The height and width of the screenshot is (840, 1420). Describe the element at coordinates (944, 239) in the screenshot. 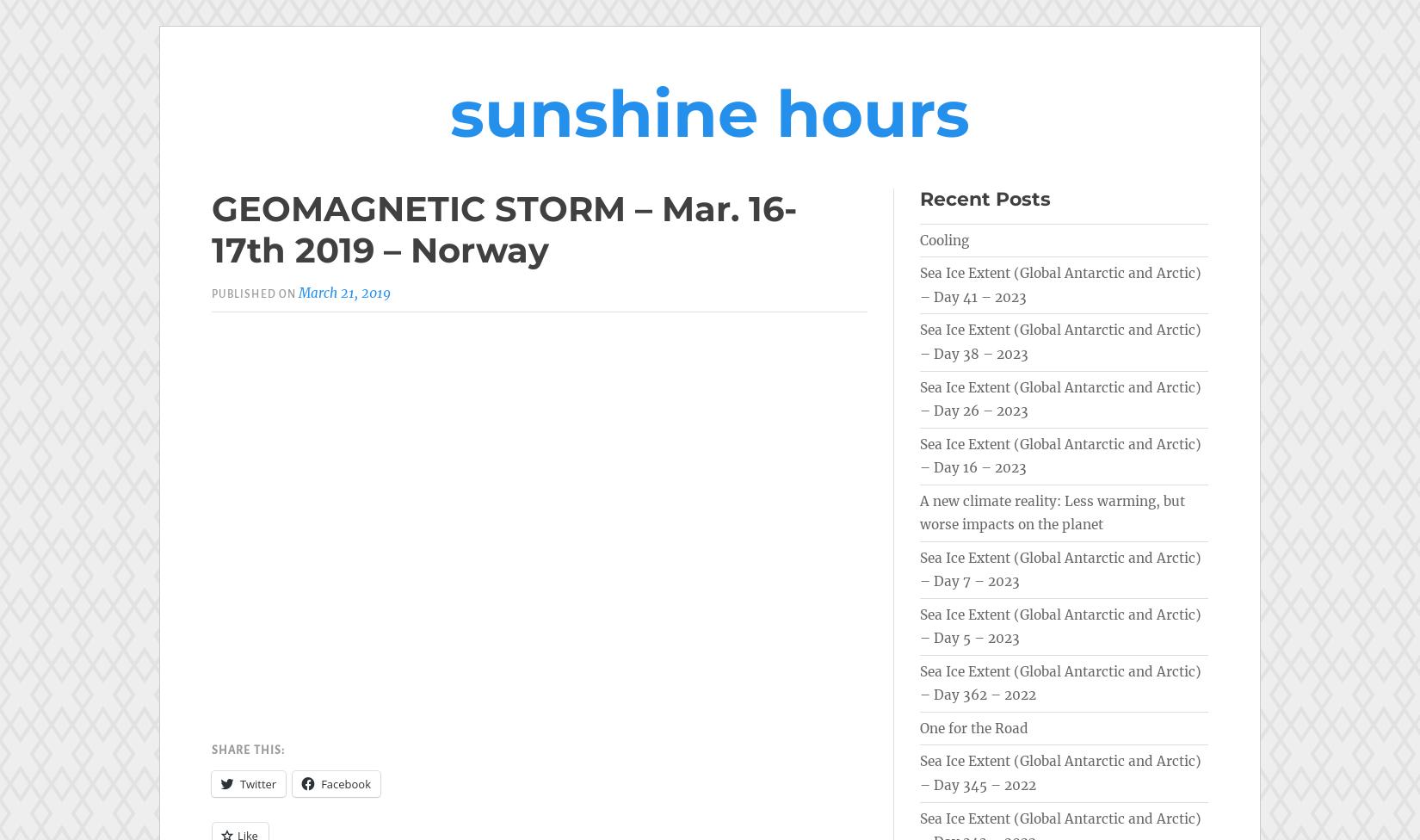

I see `'Cooling'` at that location.